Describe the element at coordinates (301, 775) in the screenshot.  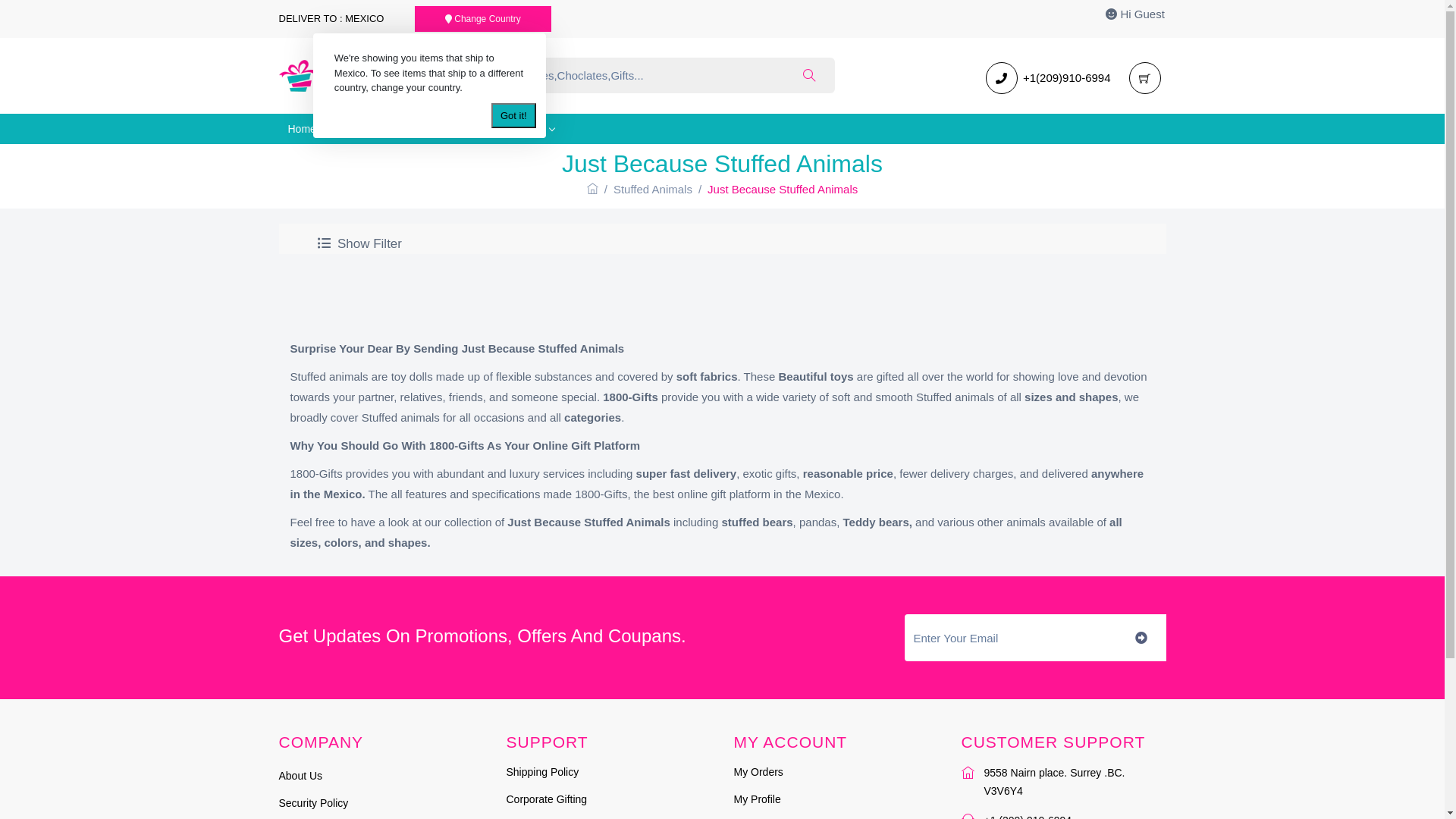
I see `'About Us'` at that location.